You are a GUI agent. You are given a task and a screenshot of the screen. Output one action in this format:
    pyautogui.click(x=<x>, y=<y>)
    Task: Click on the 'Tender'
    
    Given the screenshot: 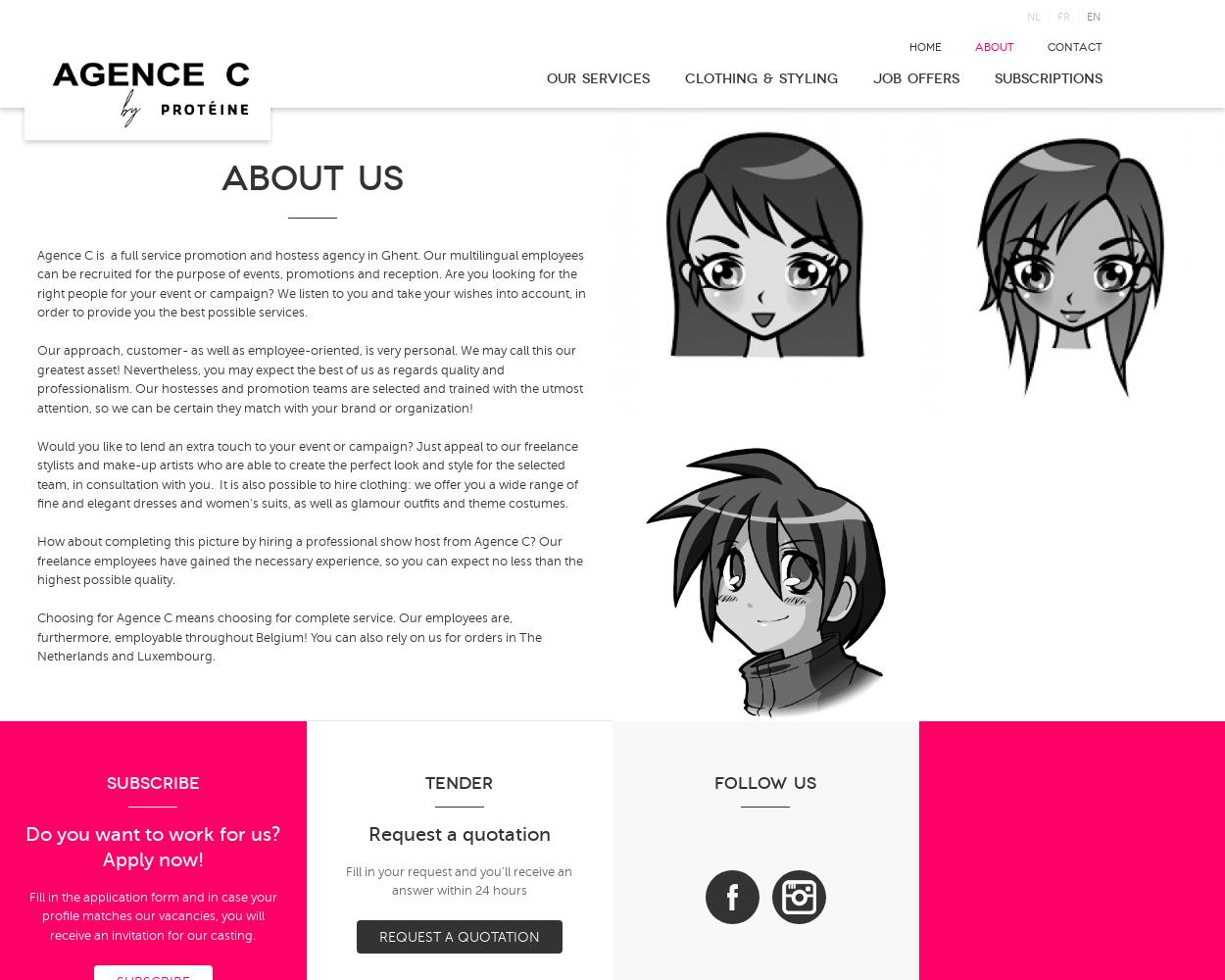 What is the action you would take?
    pyautogui.click(x=458, y=783)
    